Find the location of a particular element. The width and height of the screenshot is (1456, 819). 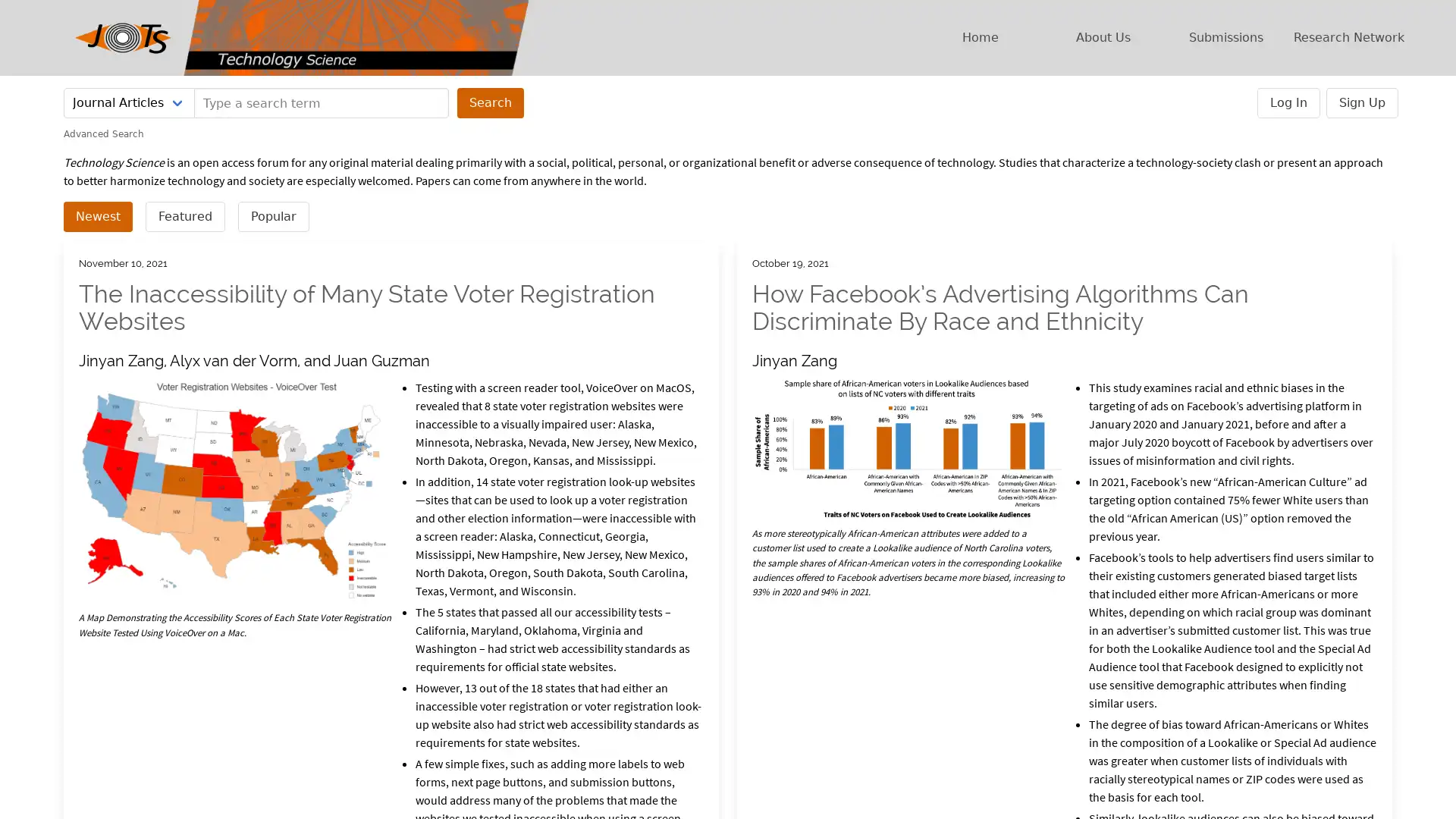

Newest is located at coordinates (97, 216).